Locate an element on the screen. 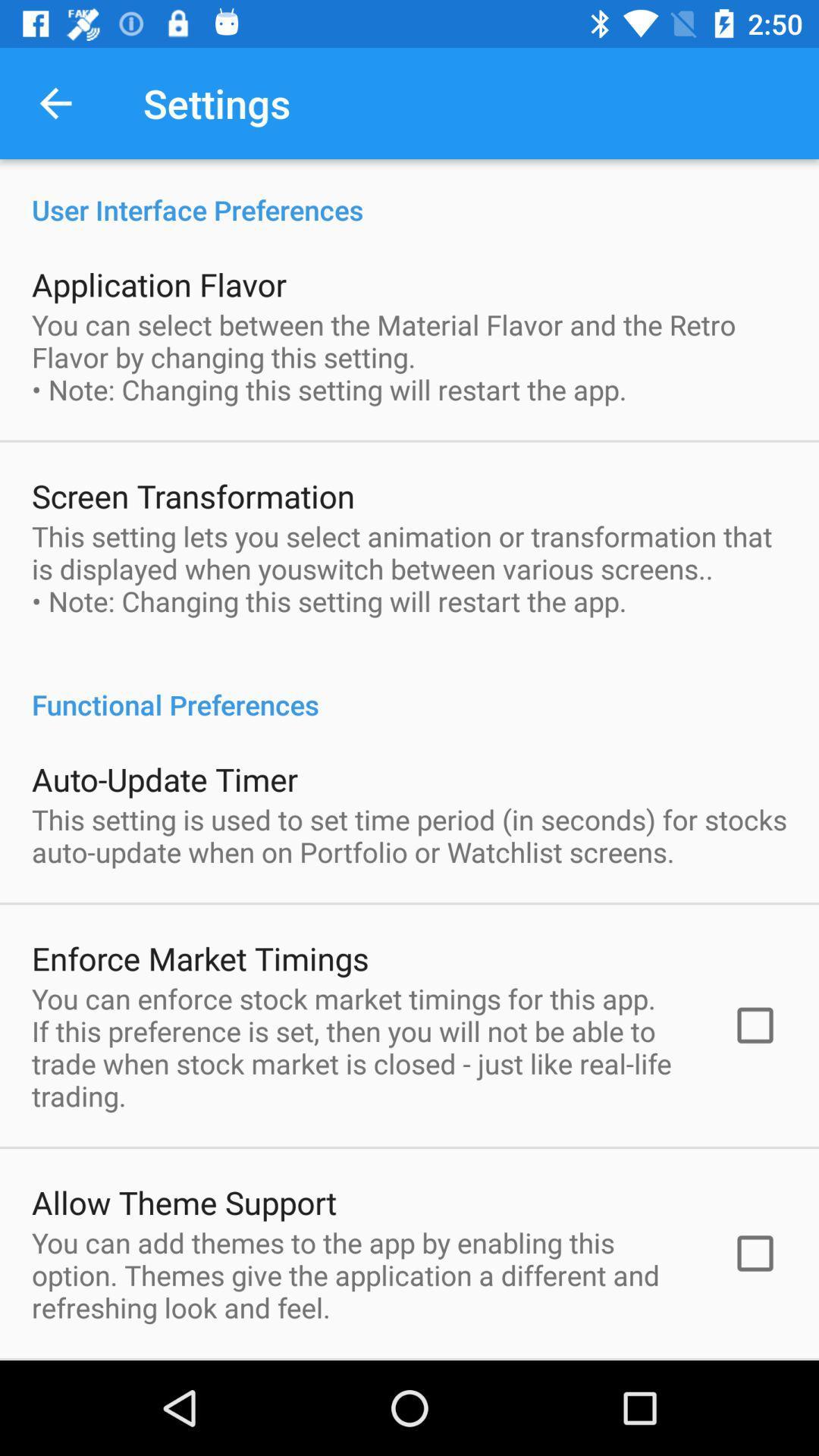  allow theme support is located at coordinates (184, 1201).